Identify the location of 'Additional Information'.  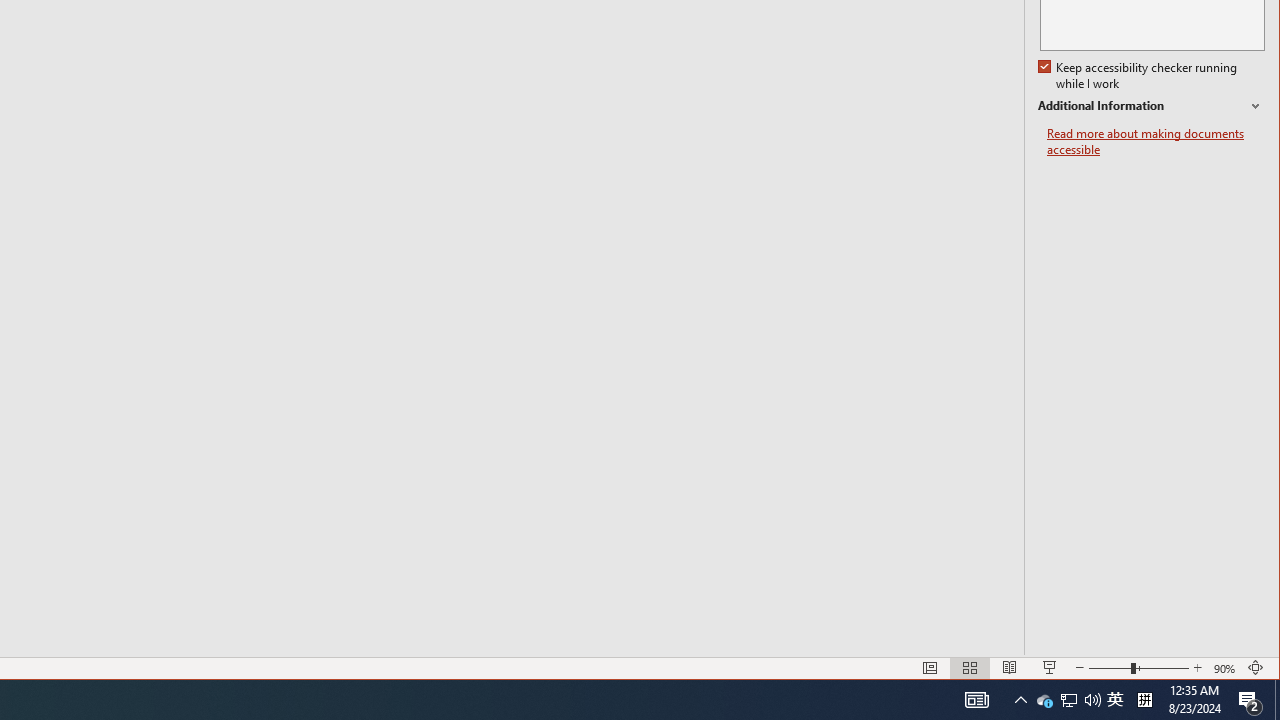
(1151, 106).